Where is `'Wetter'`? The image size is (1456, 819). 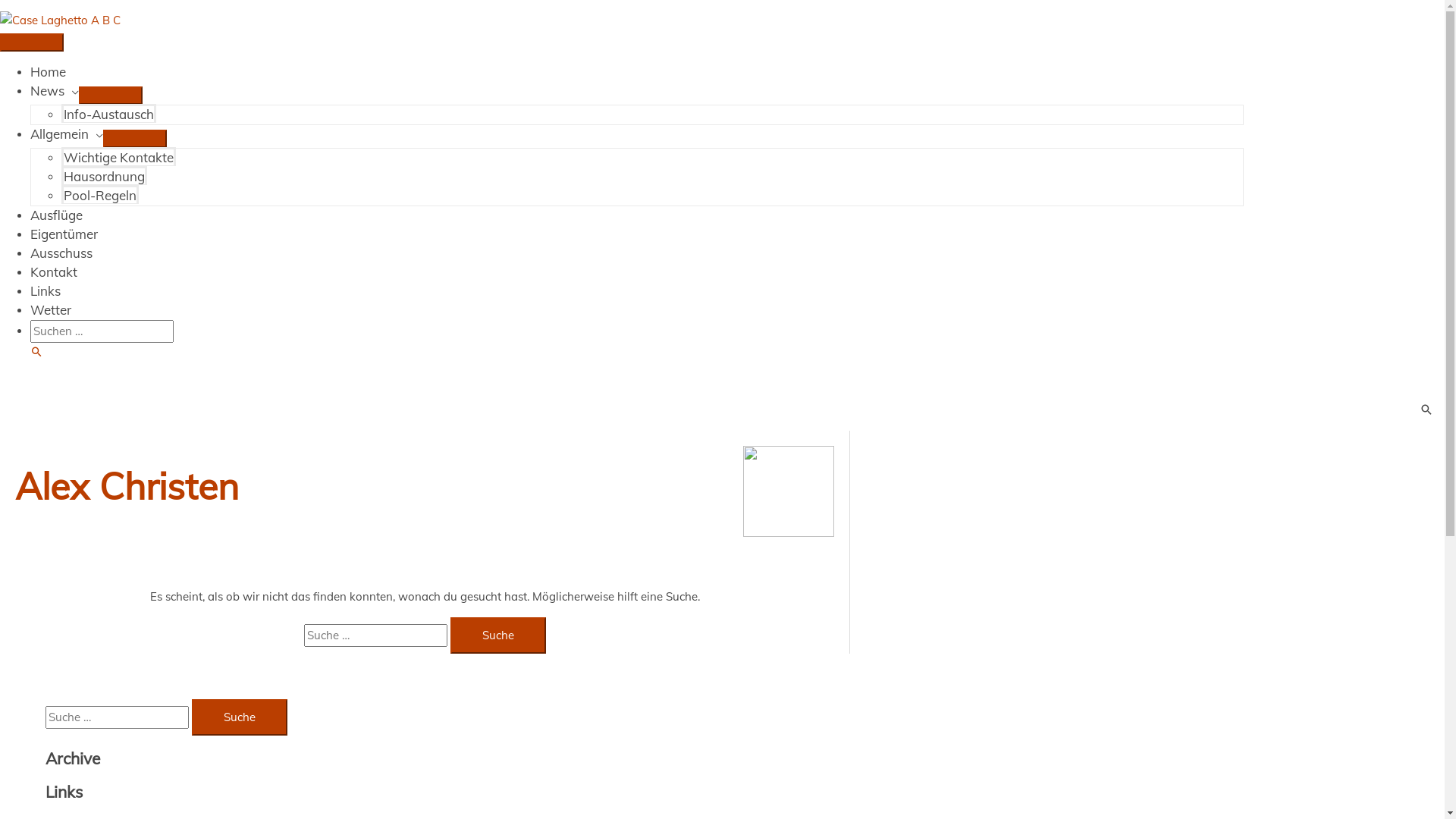
'Wetter' is located at coordinates (51, 309).